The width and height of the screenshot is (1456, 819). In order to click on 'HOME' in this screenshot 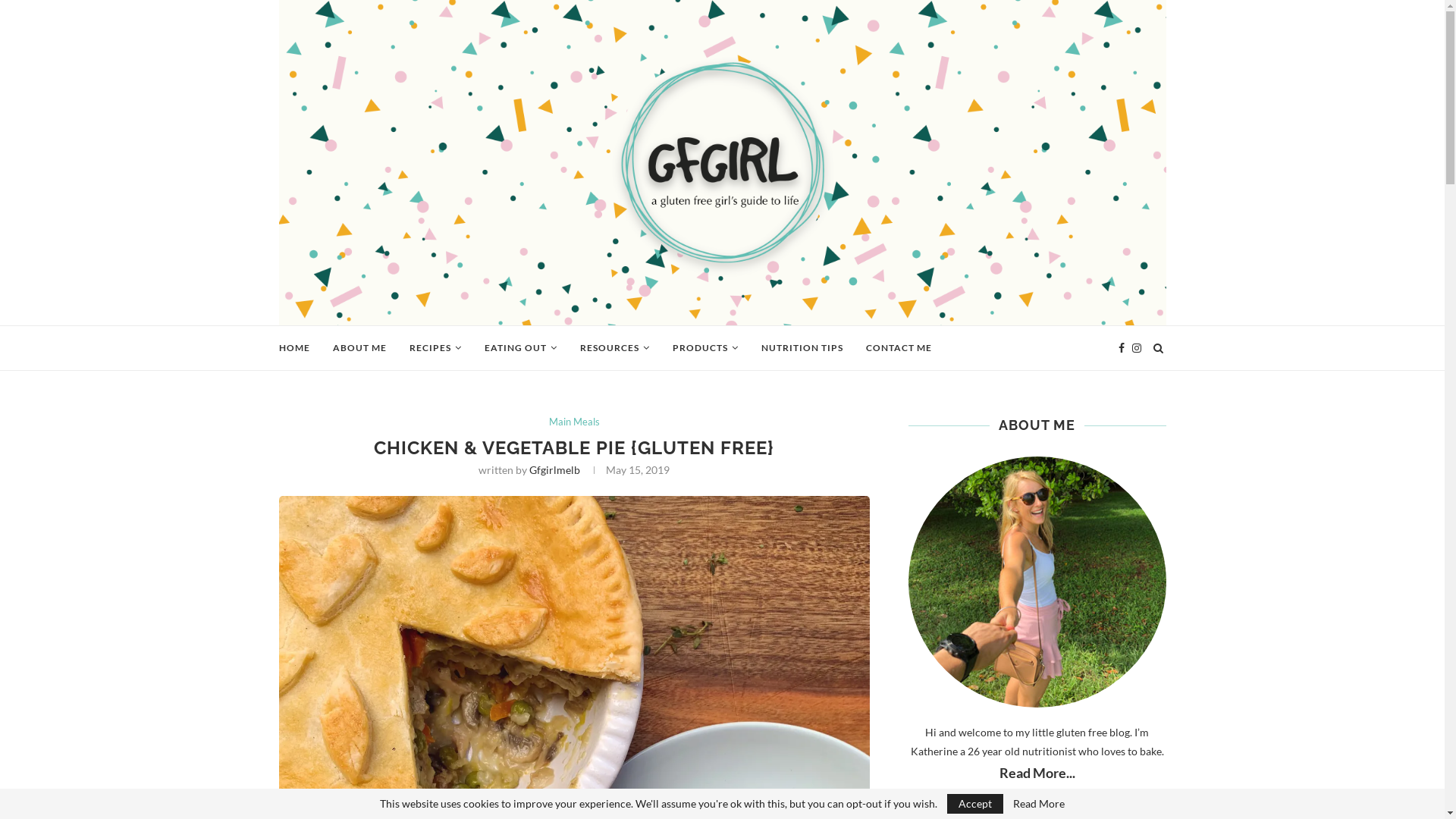, I will do `click(294, 348)`.